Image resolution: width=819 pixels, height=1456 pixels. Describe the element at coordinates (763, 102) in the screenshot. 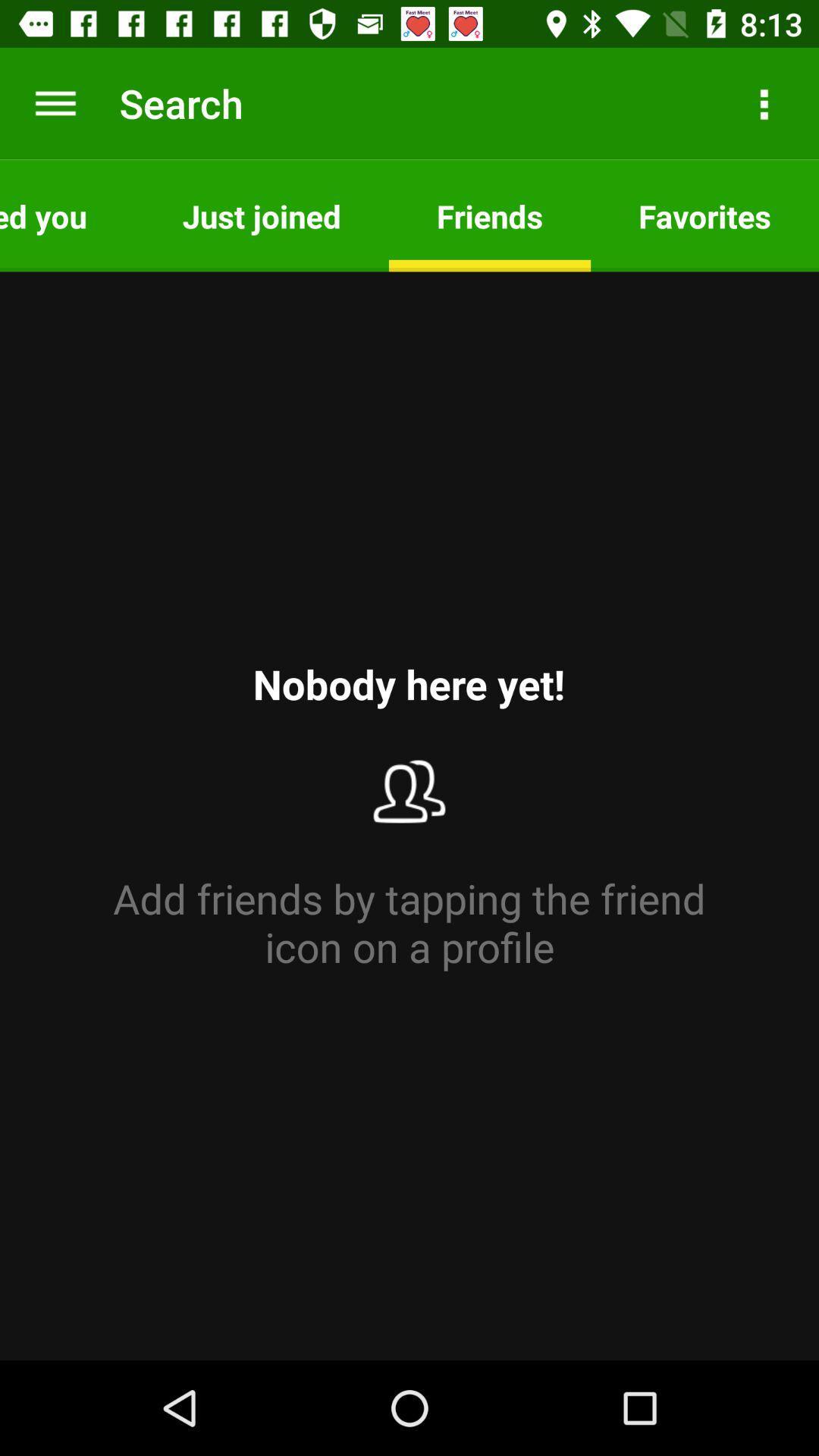

I see `the item to the right of the friends item` at that location.